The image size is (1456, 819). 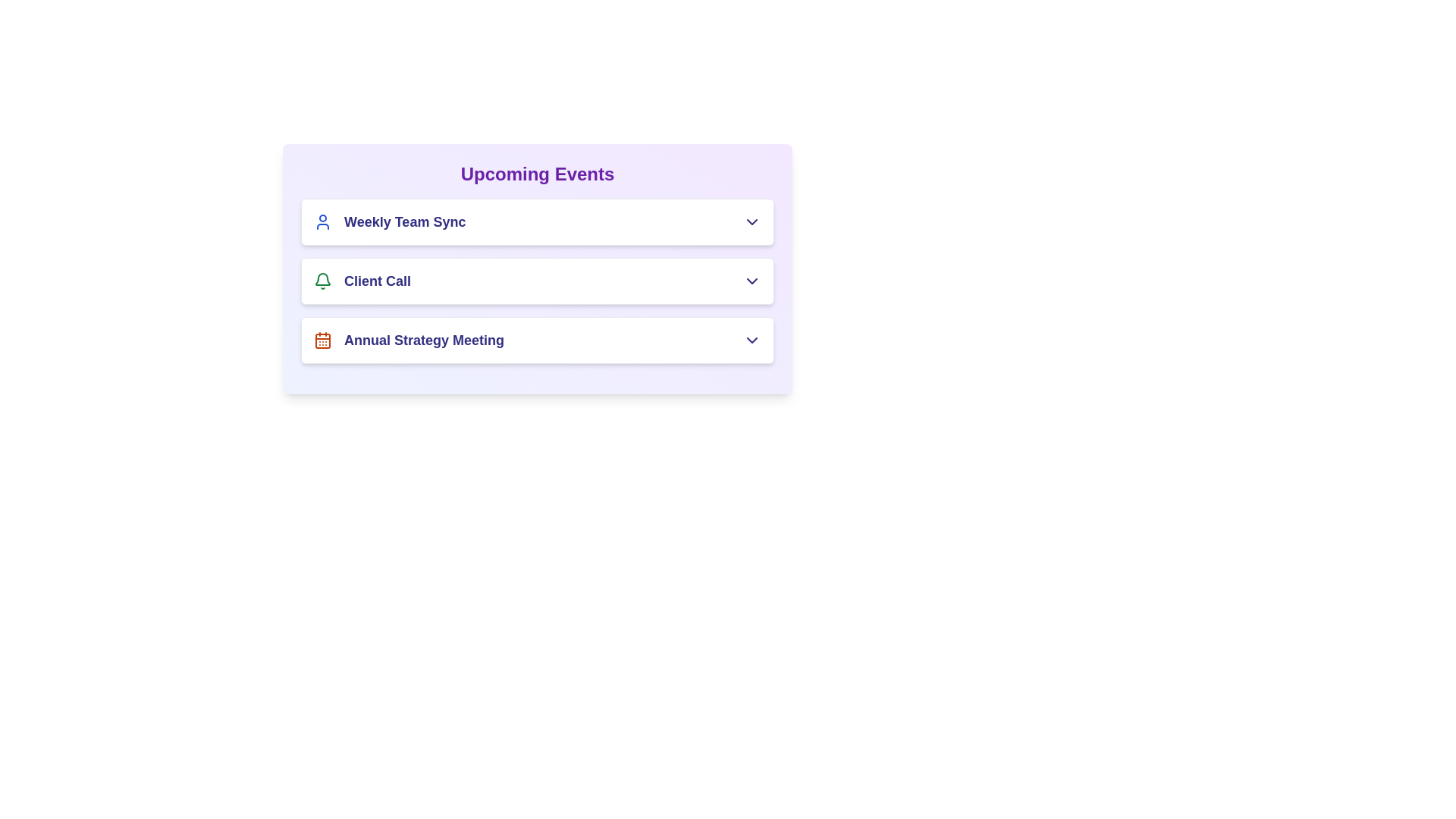 What do you see at coordinates (322, 281) in the screenshot?
I see `the green bell icon located to the left of the 'Client Call' text in the second row of 'Upcoming Events'` at bounding box center [322, 281].